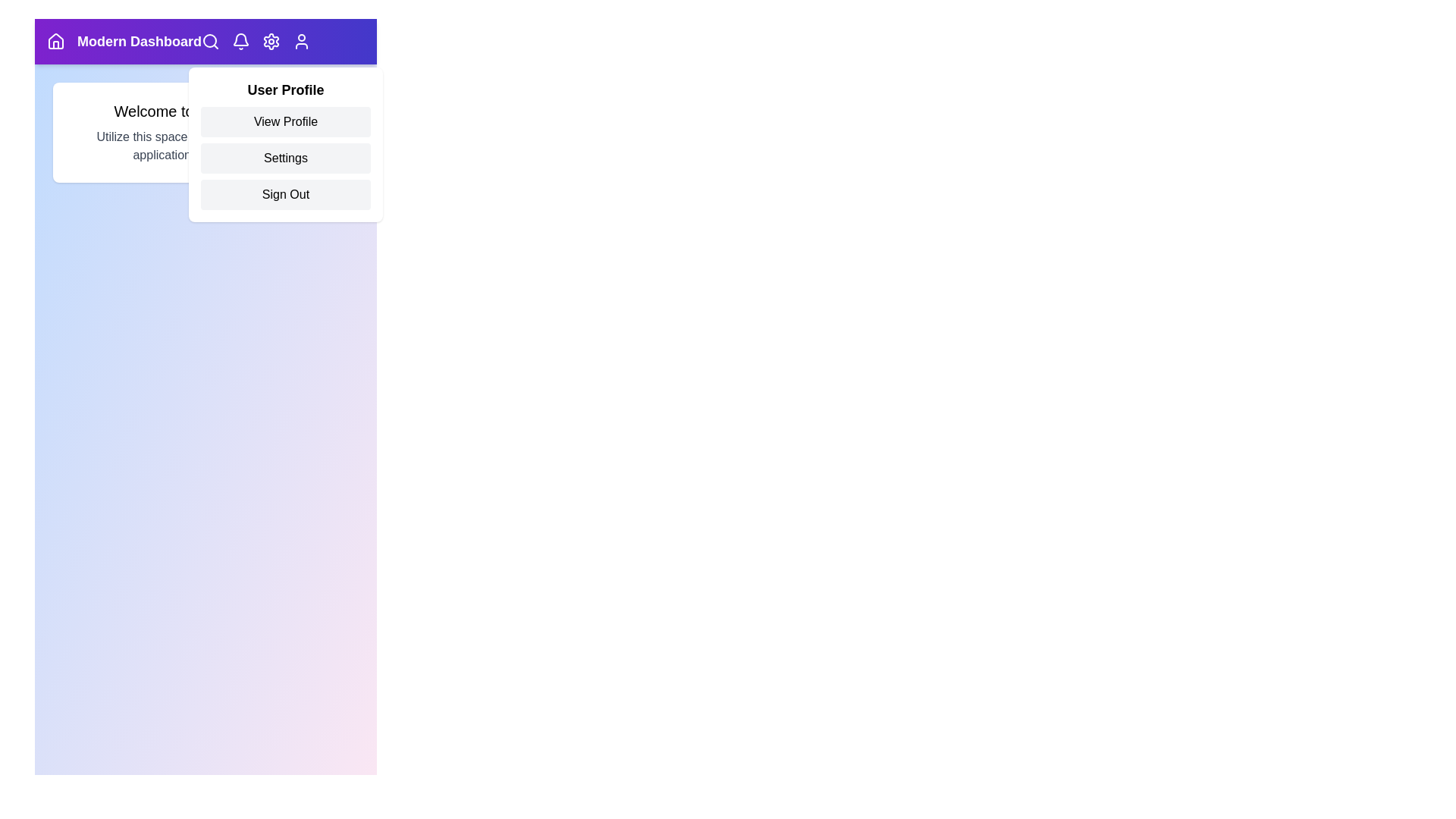 This screenshot has height=819, width=1456. Describe the element at coordinates (286, 194) in the screenshot. I see `the 'Sign Out' option in the user profile menu` at that location.